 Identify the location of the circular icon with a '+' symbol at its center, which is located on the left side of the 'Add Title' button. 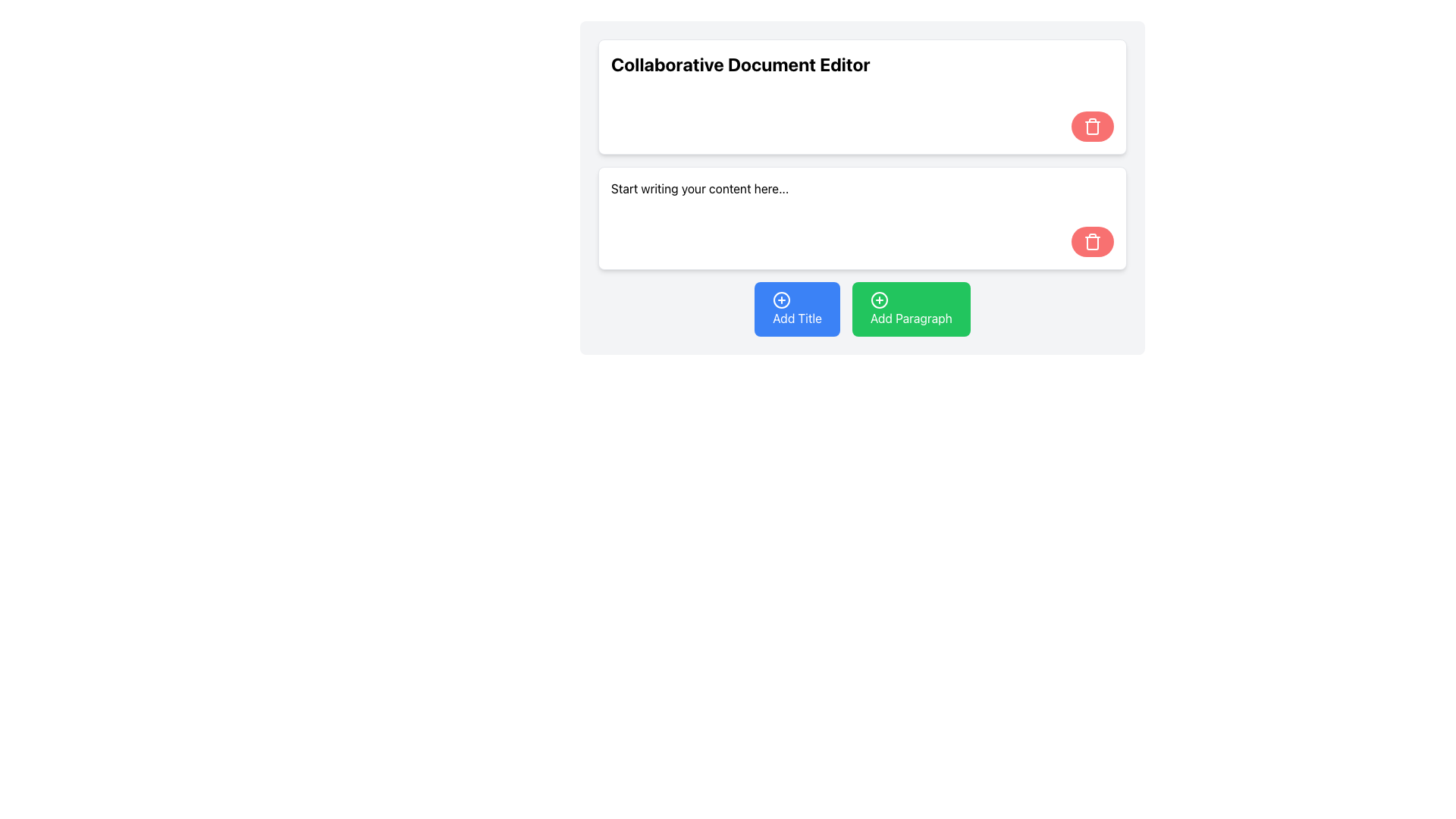
(782, 300).